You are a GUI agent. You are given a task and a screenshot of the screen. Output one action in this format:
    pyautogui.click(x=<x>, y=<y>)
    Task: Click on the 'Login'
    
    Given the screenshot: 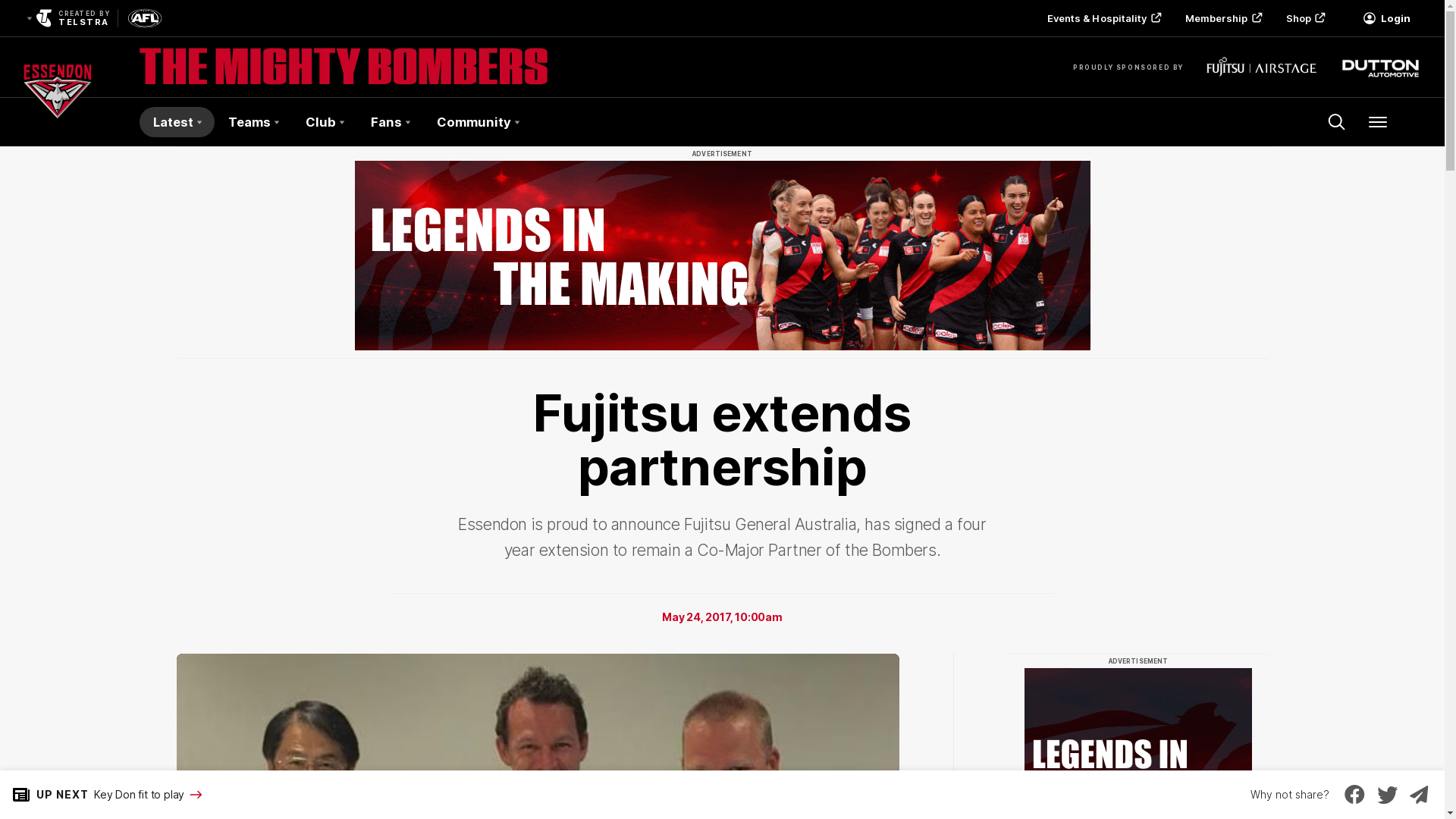 What is the action you would take?
    pyautogui.click(x=1347, y=17)
    